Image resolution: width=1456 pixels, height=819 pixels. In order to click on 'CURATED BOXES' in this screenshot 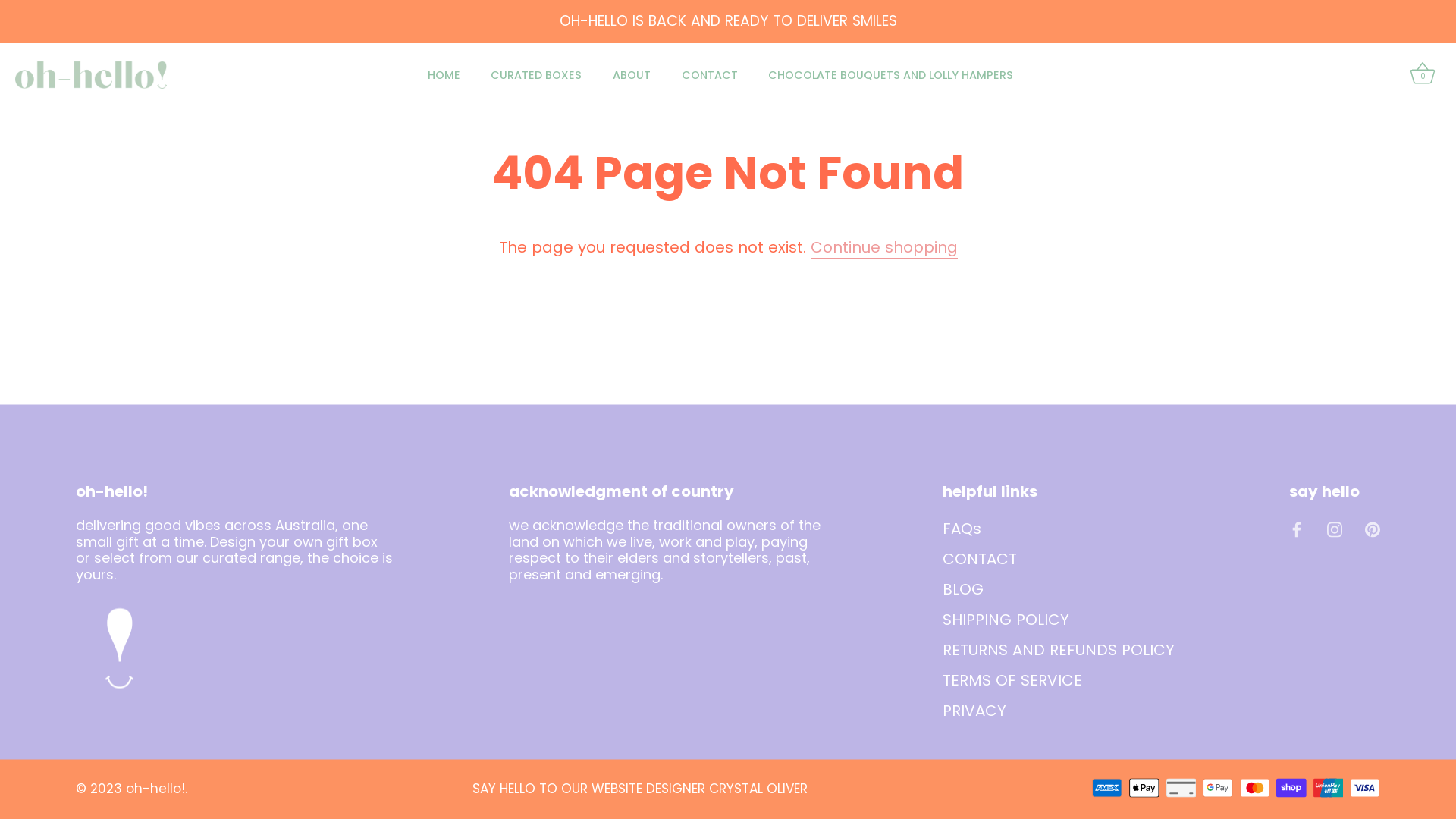, I will do `click(536, 75)`.